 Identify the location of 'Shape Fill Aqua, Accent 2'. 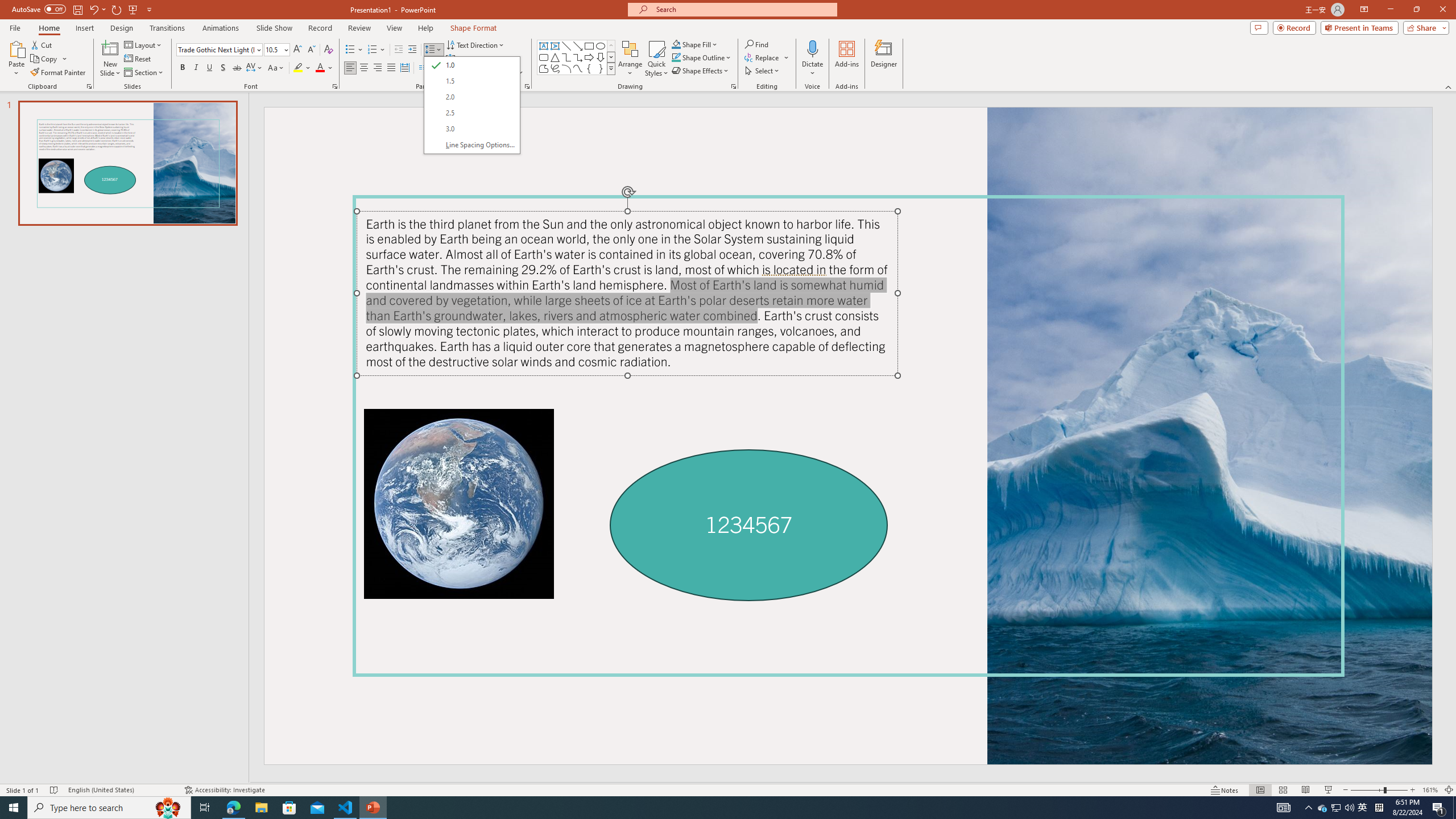
(676, 44).